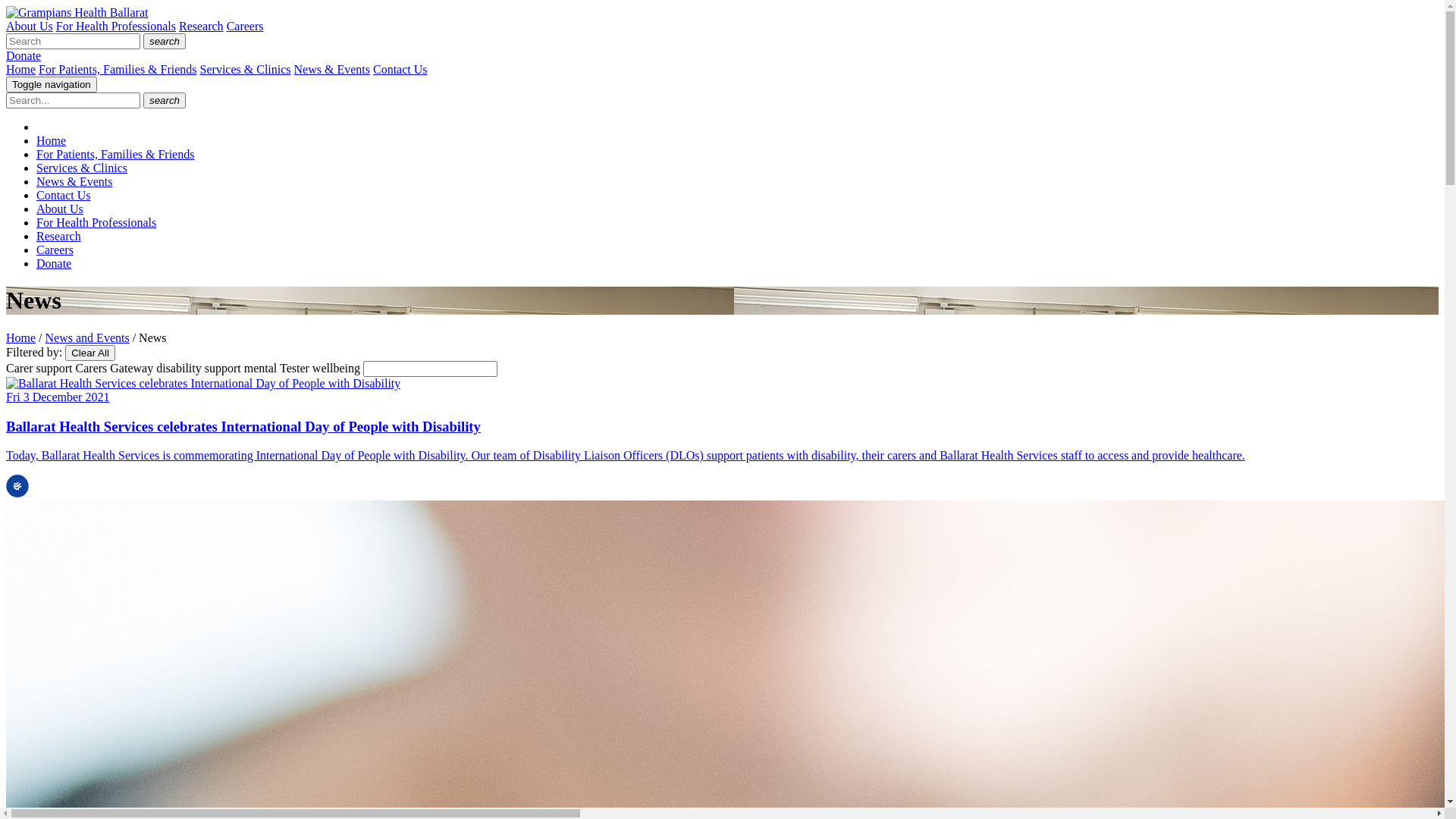  I want to click on 'Services & Clinics', so click(80, 168).